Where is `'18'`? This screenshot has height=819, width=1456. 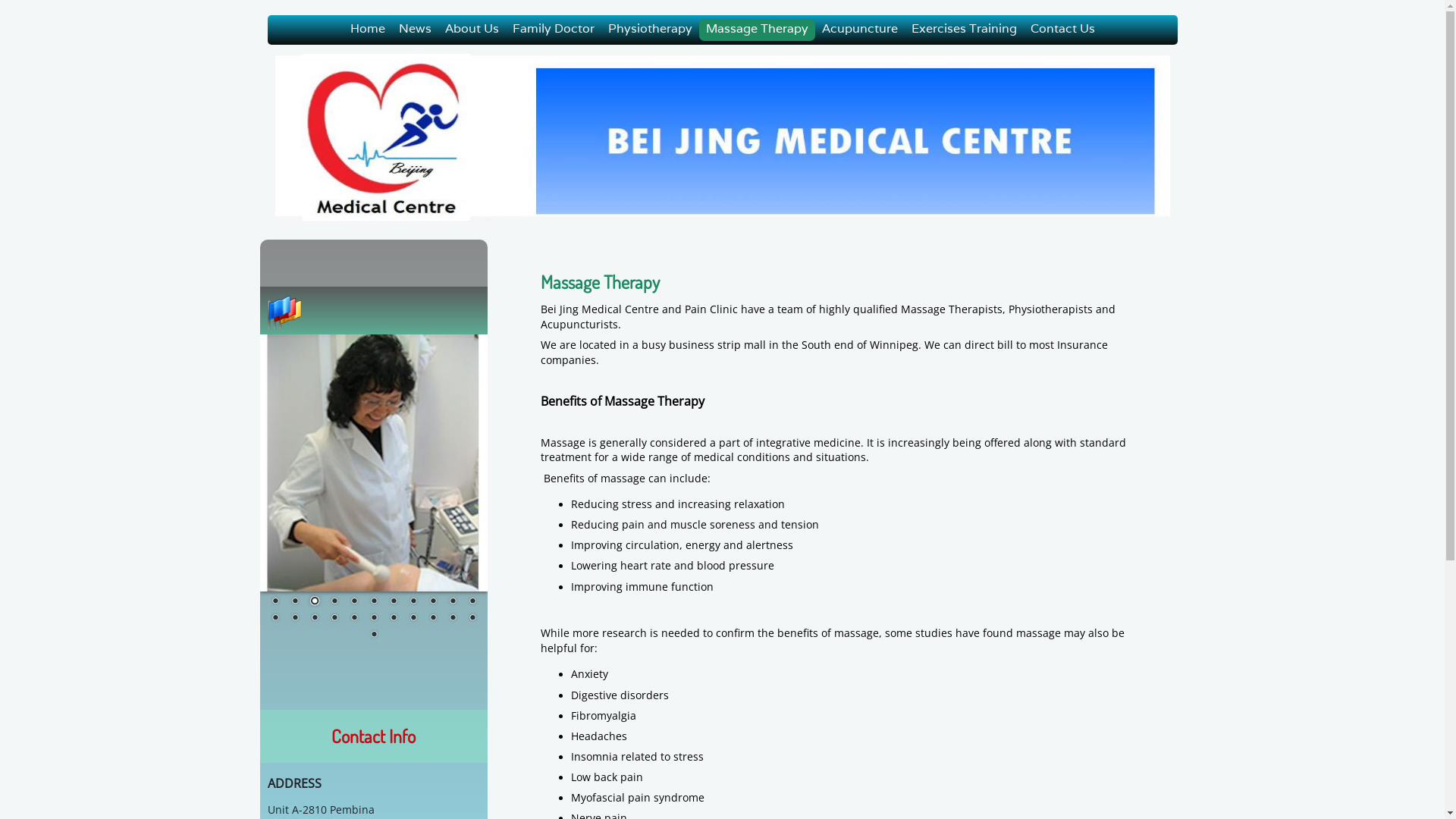 '18' is located at coordinates (393, 619).